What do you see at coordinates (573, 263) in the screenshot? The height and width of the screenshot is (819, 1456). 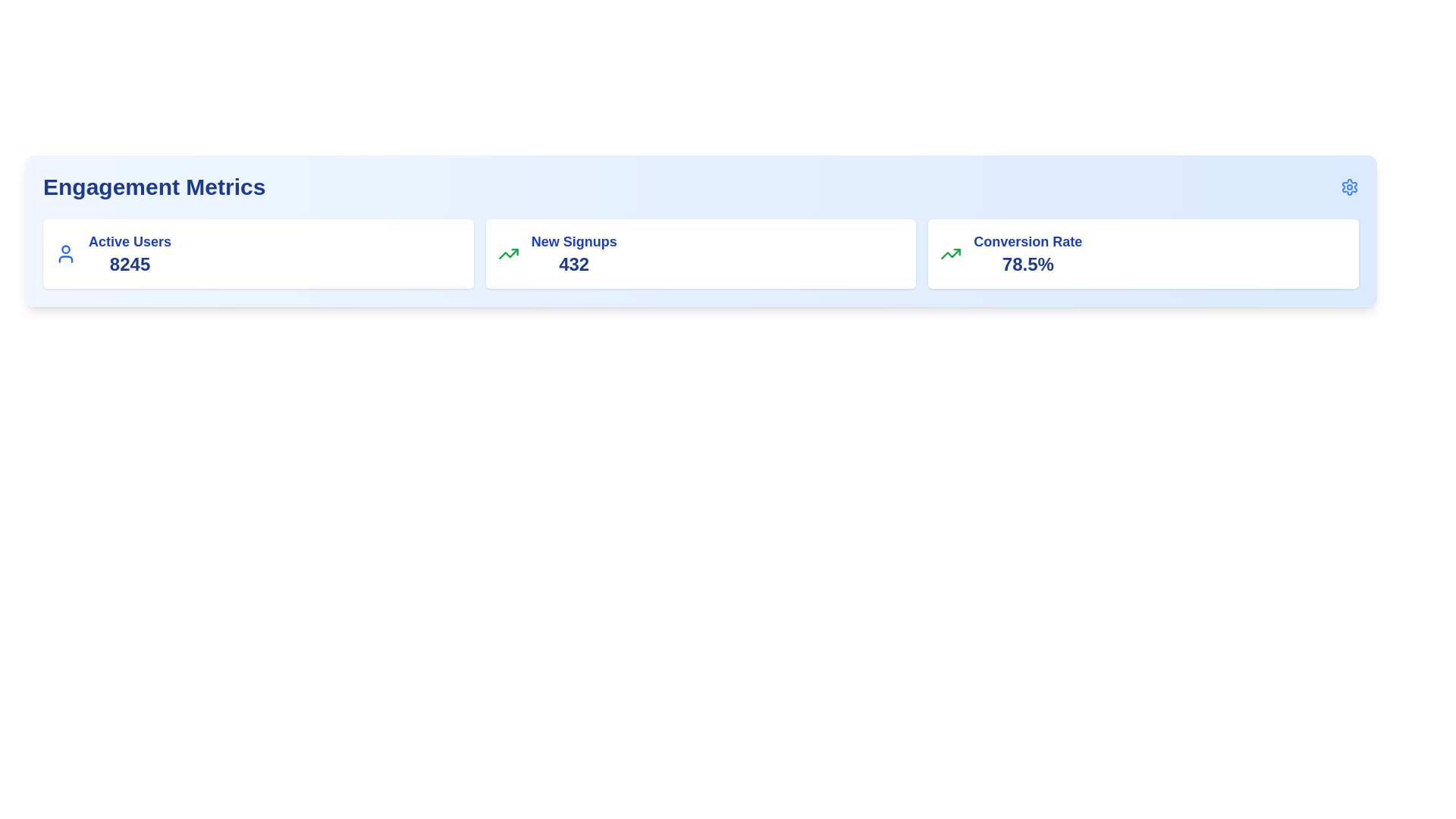 I see `the bold text label displaying the number '432', which is located under the smaller title 'New Signups' in the middle widget of the dashboard` at bounding box center [573, 263].